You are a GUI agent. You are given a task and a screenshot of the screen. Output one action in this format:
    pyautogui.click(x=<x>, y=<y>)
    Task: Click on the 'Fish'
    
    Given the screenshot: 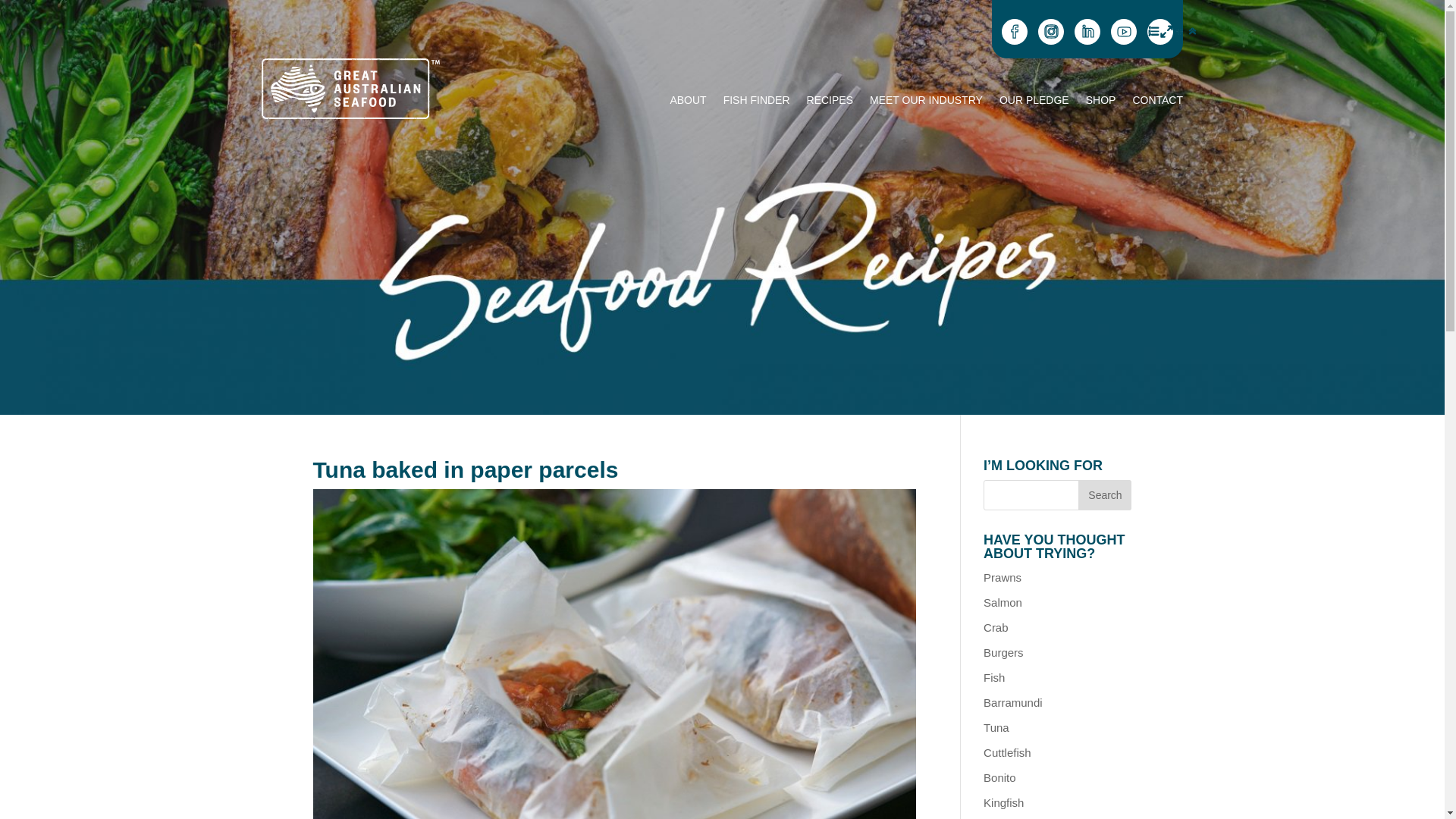 What is the action you would take?
    pyautogui.click(x=983, y=676)
    